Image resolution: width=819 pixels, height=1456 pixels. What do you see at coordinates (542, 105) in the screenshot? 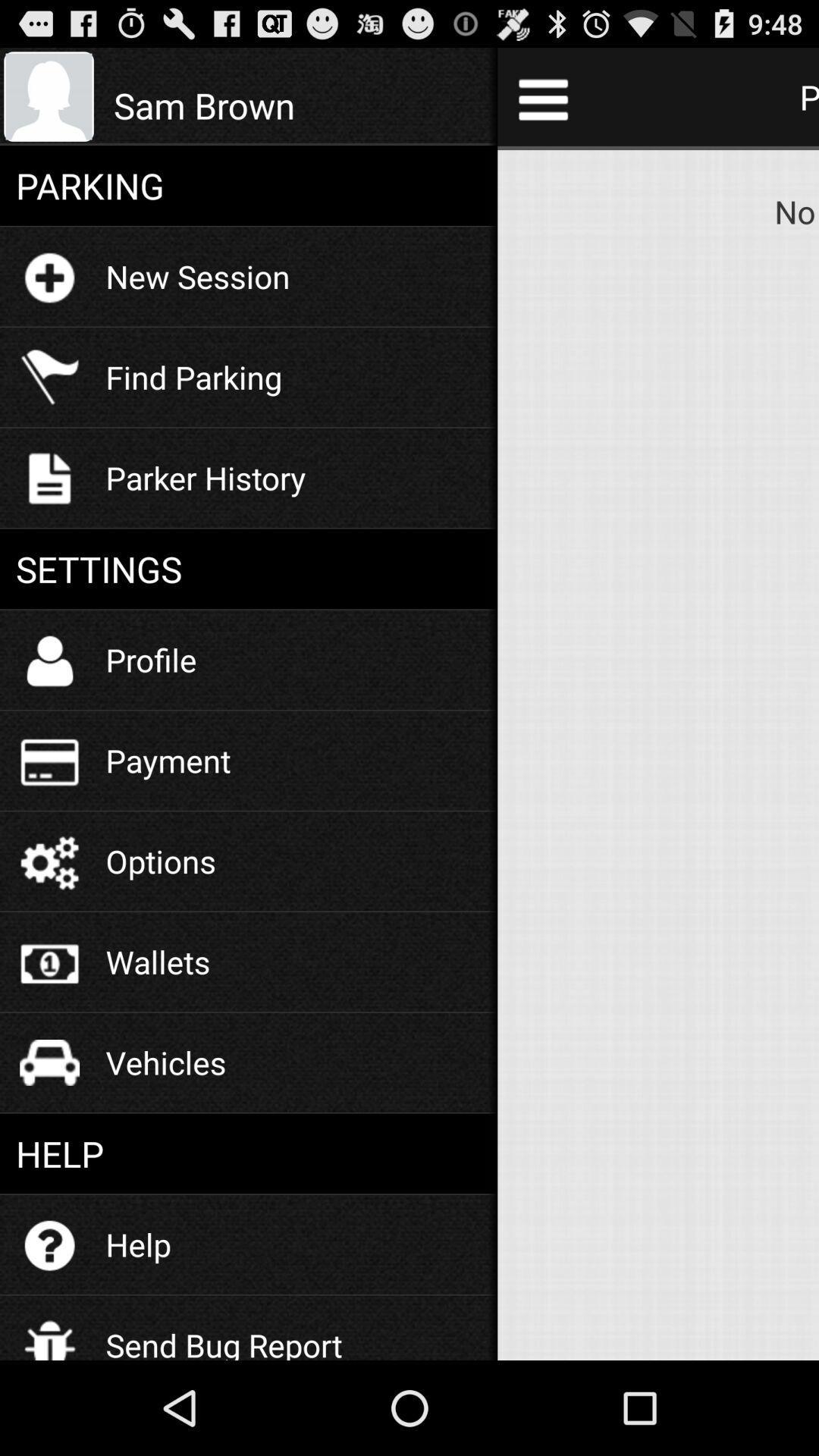
I see `the menu icon` at bounding box center [542, 105].